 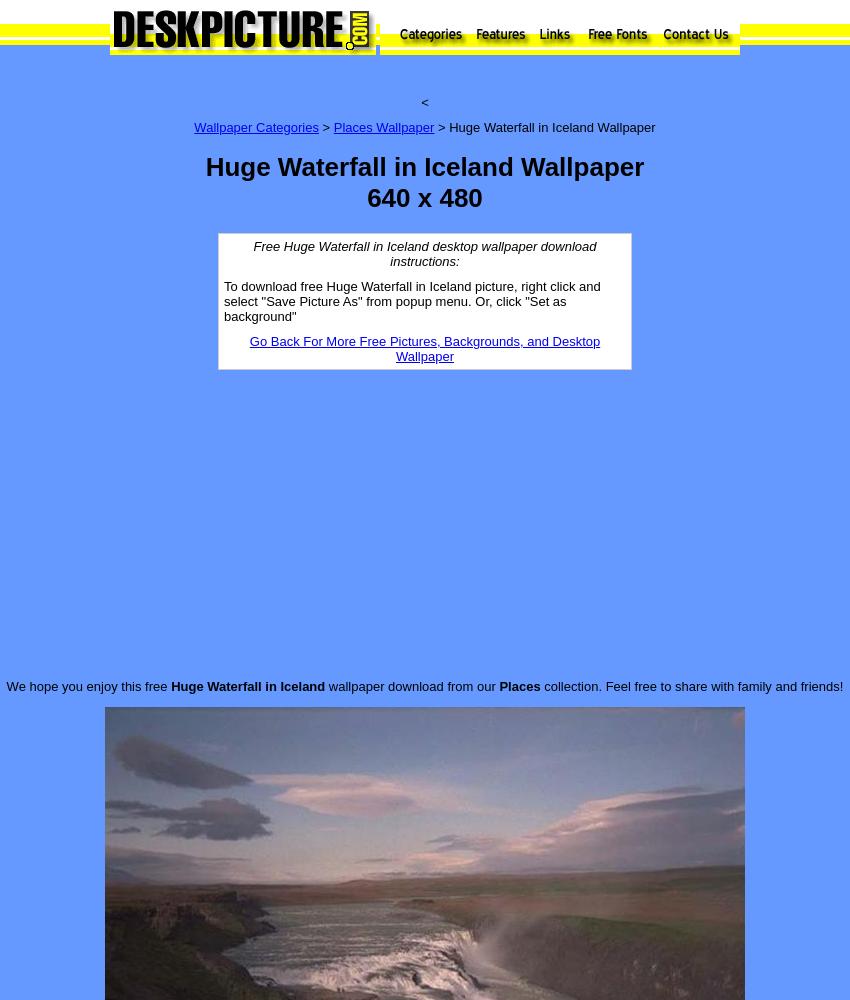 What do you see at coordinates (424, 101) in the screenshot?
I see `'<'` at bounding box center [424, 101].